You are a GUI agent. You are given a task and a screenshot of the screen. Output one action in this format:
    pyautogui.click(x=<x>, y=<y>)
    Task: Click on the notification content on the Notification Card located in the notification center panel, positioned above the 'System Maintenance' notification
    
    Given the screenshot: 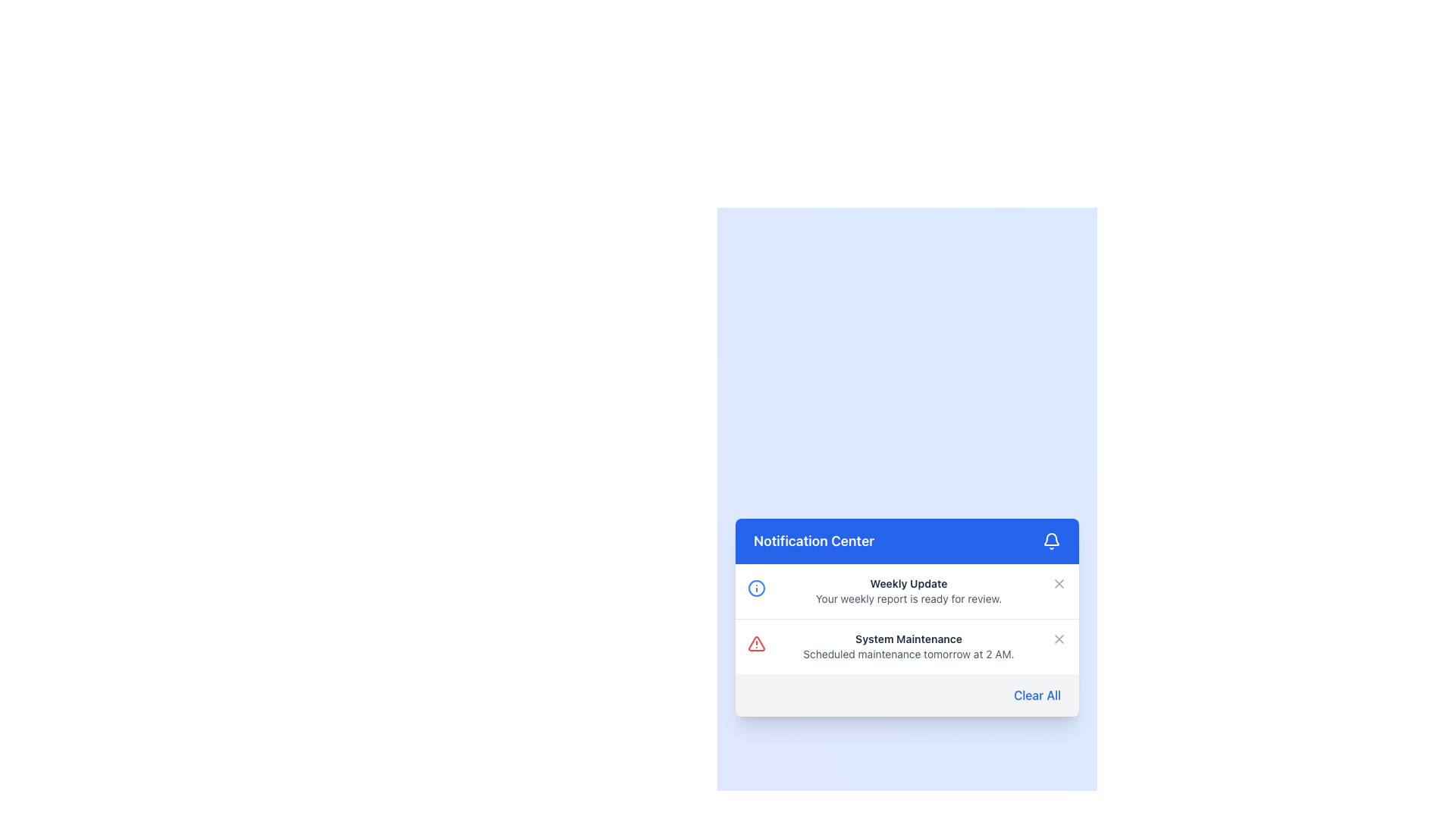 What is the action you would take?
    pyautogui.click(x=907, y=590)
    